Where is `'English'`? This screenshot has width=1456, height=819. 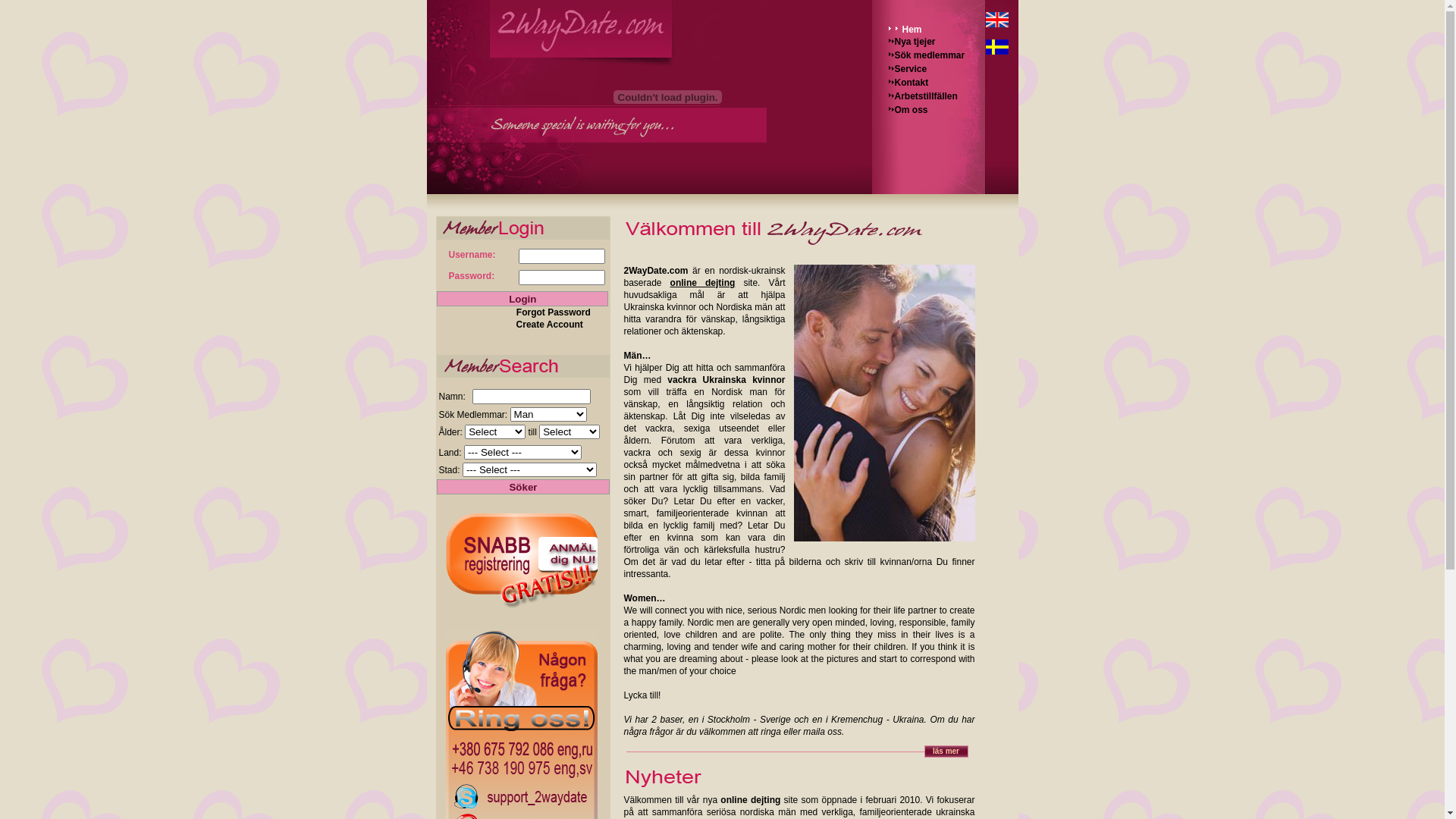
'English' is located at coordinates (986, 20).